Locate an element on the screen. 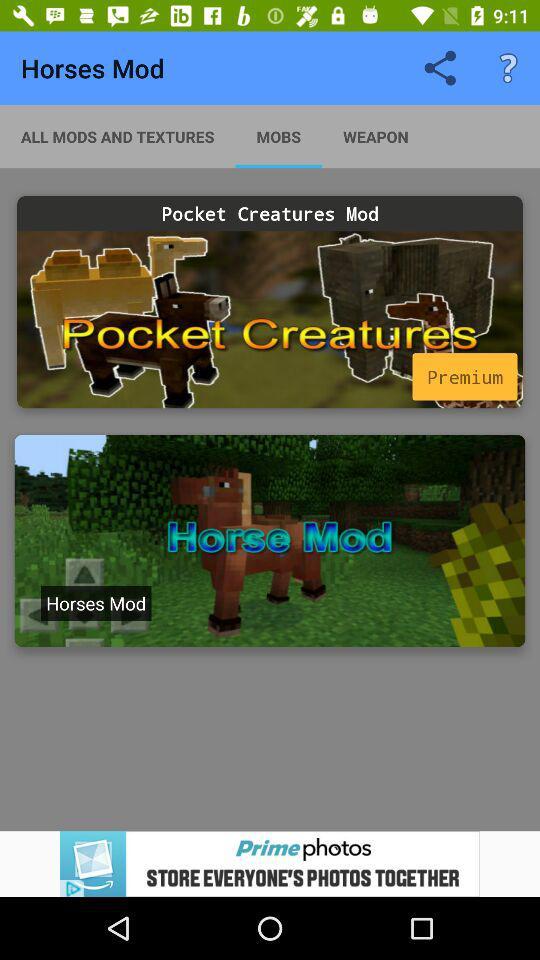  advertisement pocket creatures mod is located at coordinates (270, 319).